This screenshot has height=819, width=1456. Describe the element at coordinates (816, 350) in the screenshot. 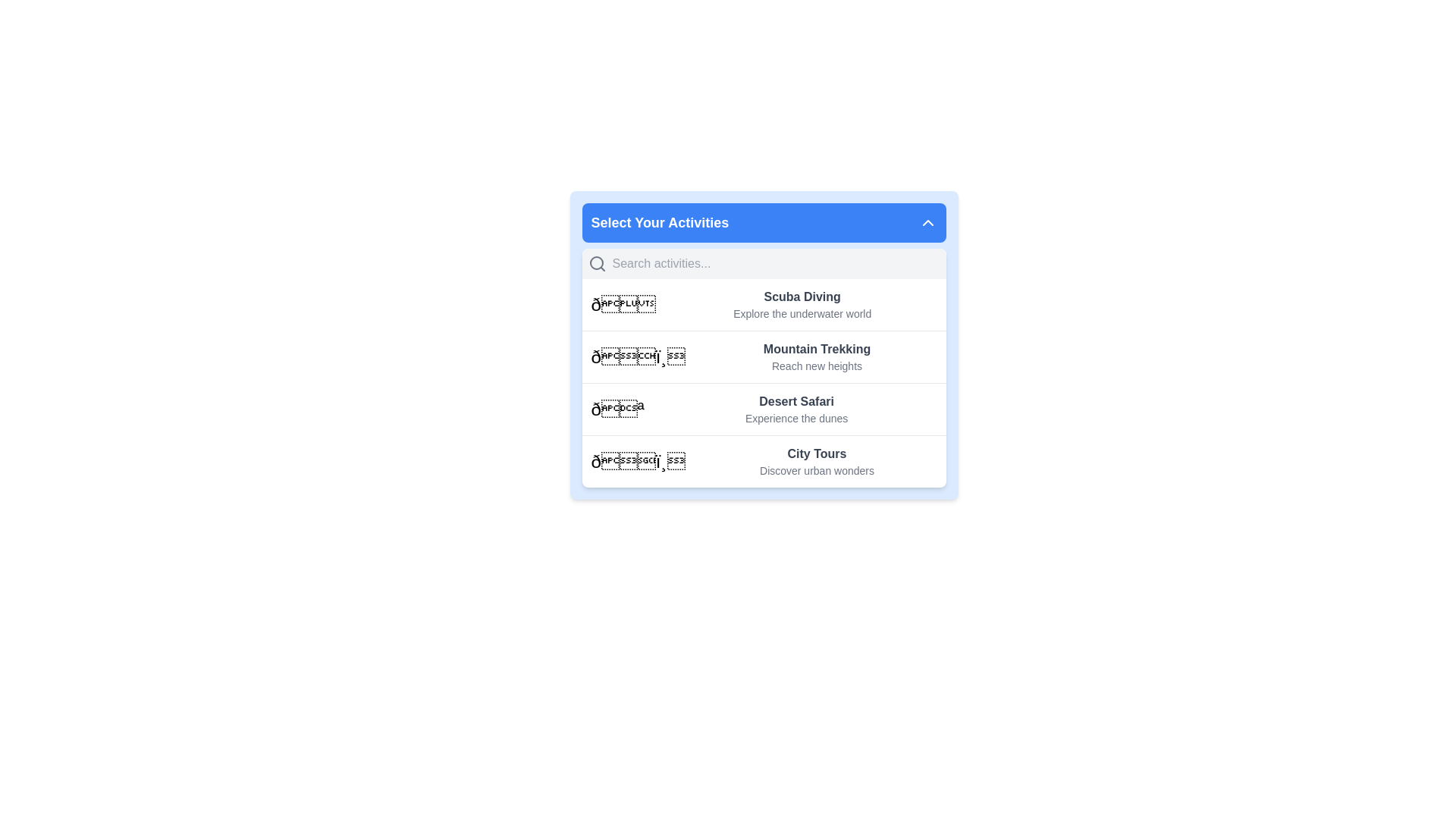

I see `the text label that reads 'Mountain Trekking' to trigger any related tooltip or style change` at that location.